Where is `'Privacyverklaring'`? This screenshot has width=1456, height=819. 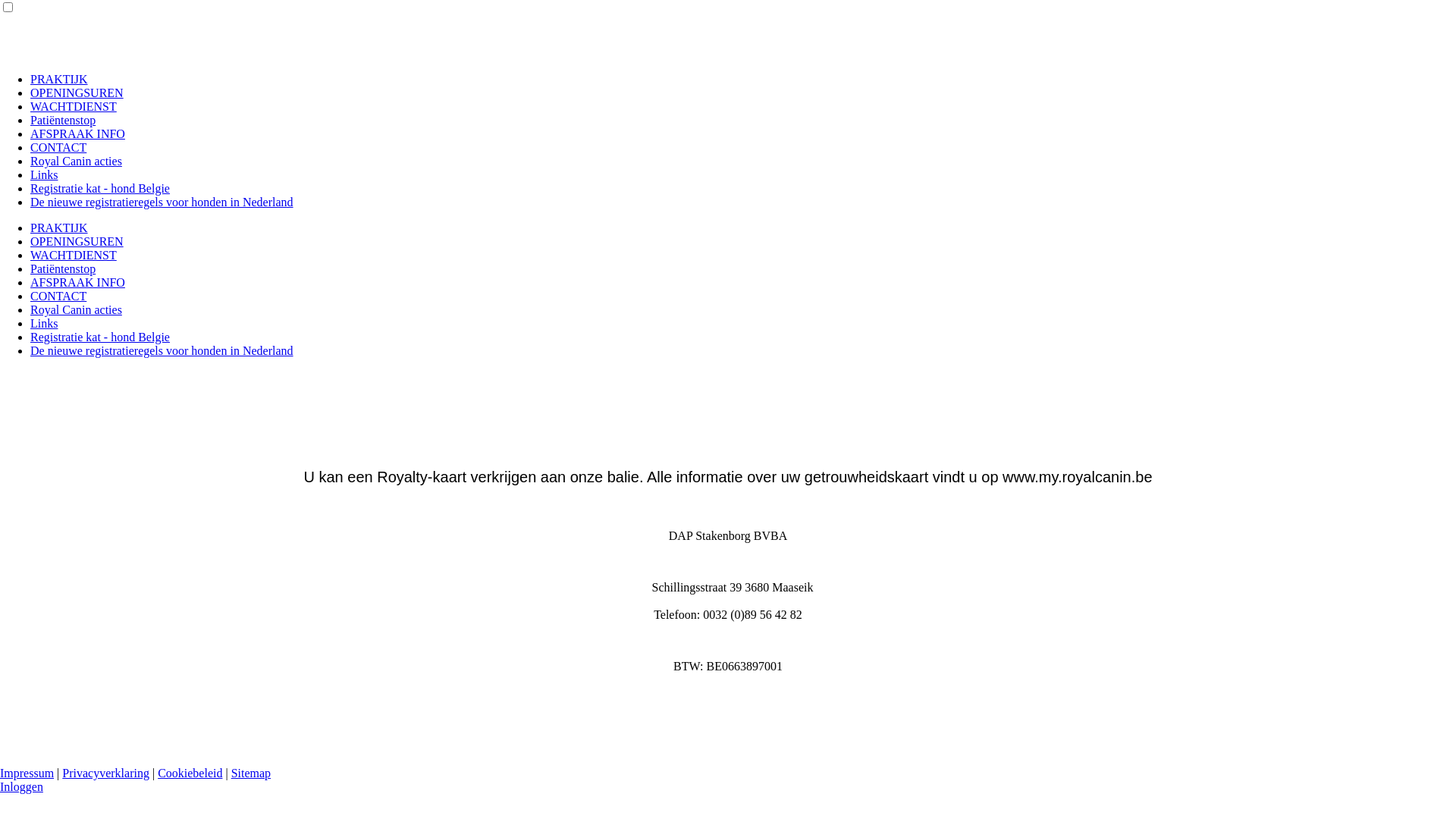 'Privacyverklaring' is located at coordinates (105, 773).